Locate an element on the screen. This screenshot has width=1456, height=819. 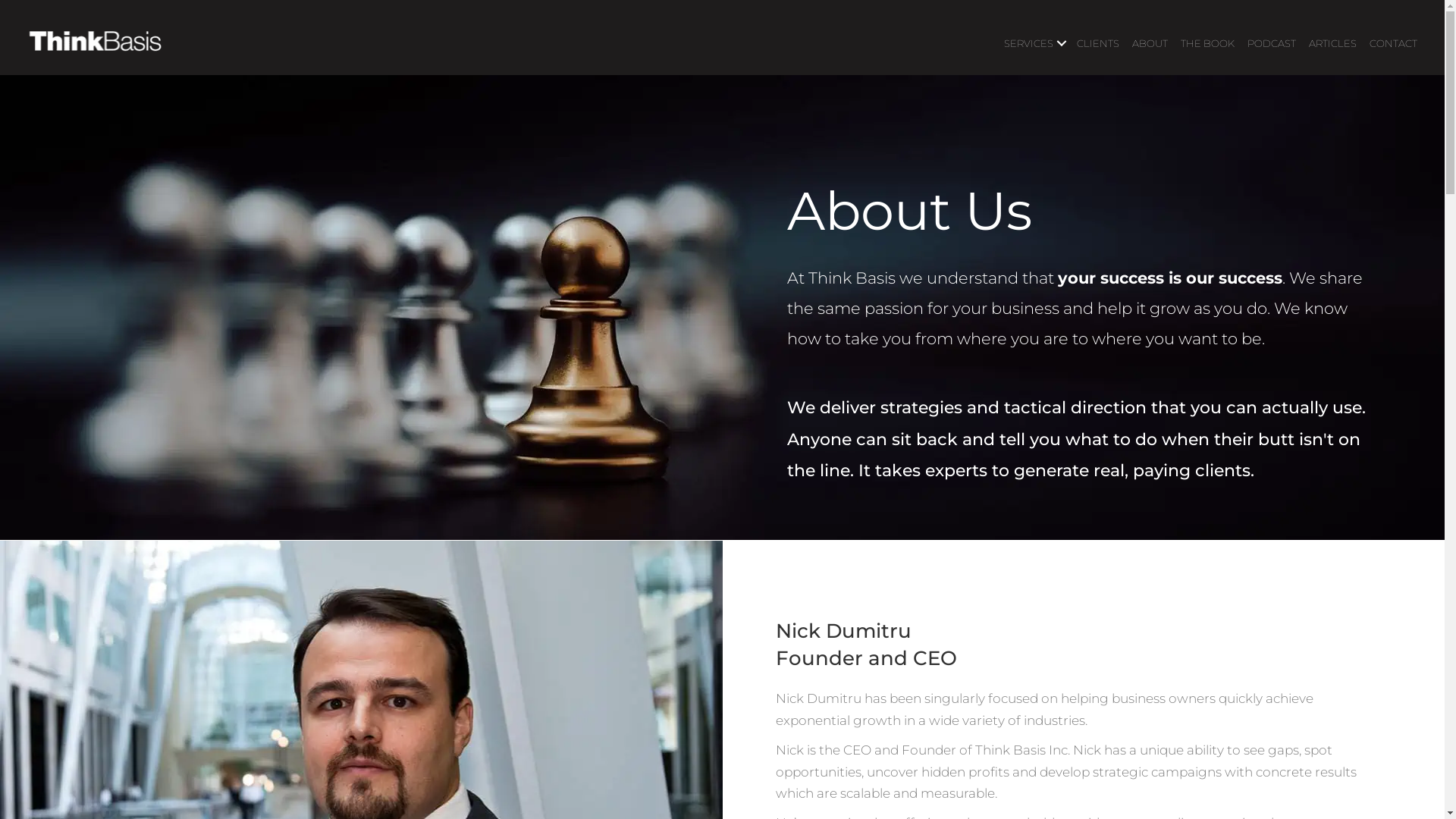
'THE BOOK' is located at coordinates (1174, 42).